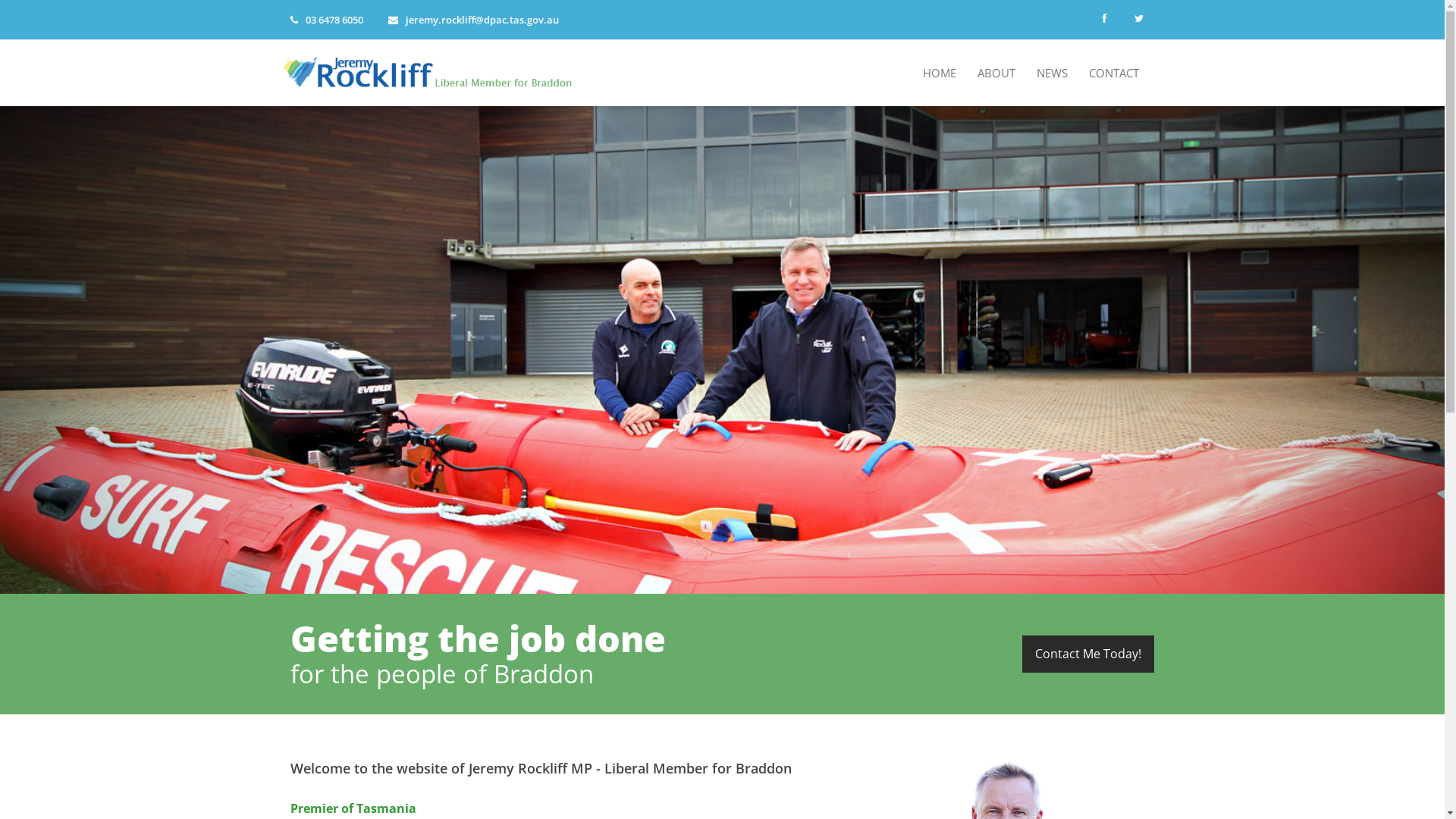 Image resolution: width=1456 pixels, height=819 pixels. What do you see at coordinates (432, 70) in the screenshot?
I see `'Jeremy Rockliff MP'` at bounding box center [432, 70].